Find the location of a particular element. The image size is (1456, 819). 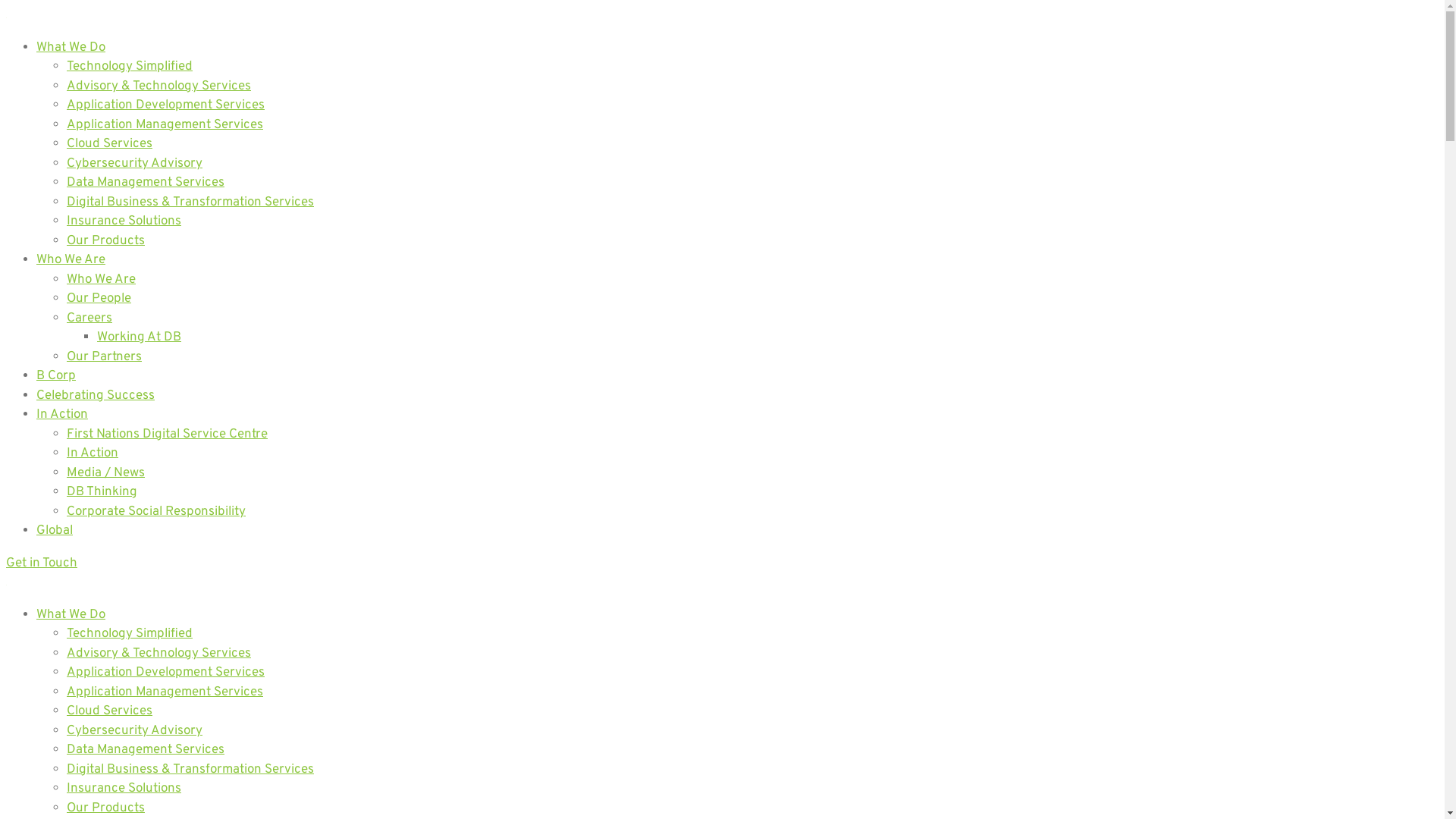

'Media / News' is located at coordinates (105, 472).